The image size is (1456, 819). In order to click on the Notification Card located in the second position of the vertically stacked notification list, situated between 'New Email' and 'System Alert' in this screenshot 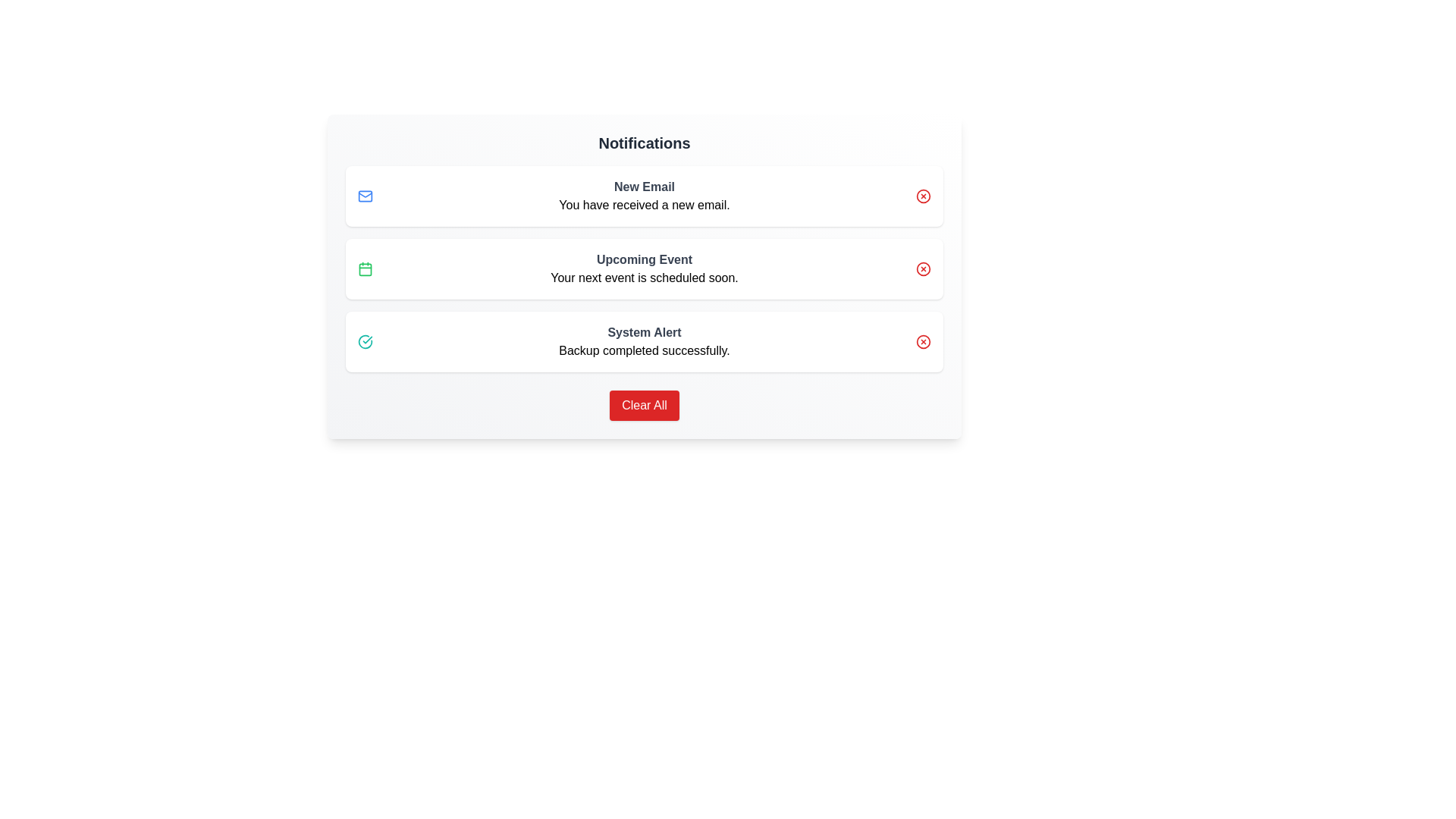, I will do `click(644, 268)`.